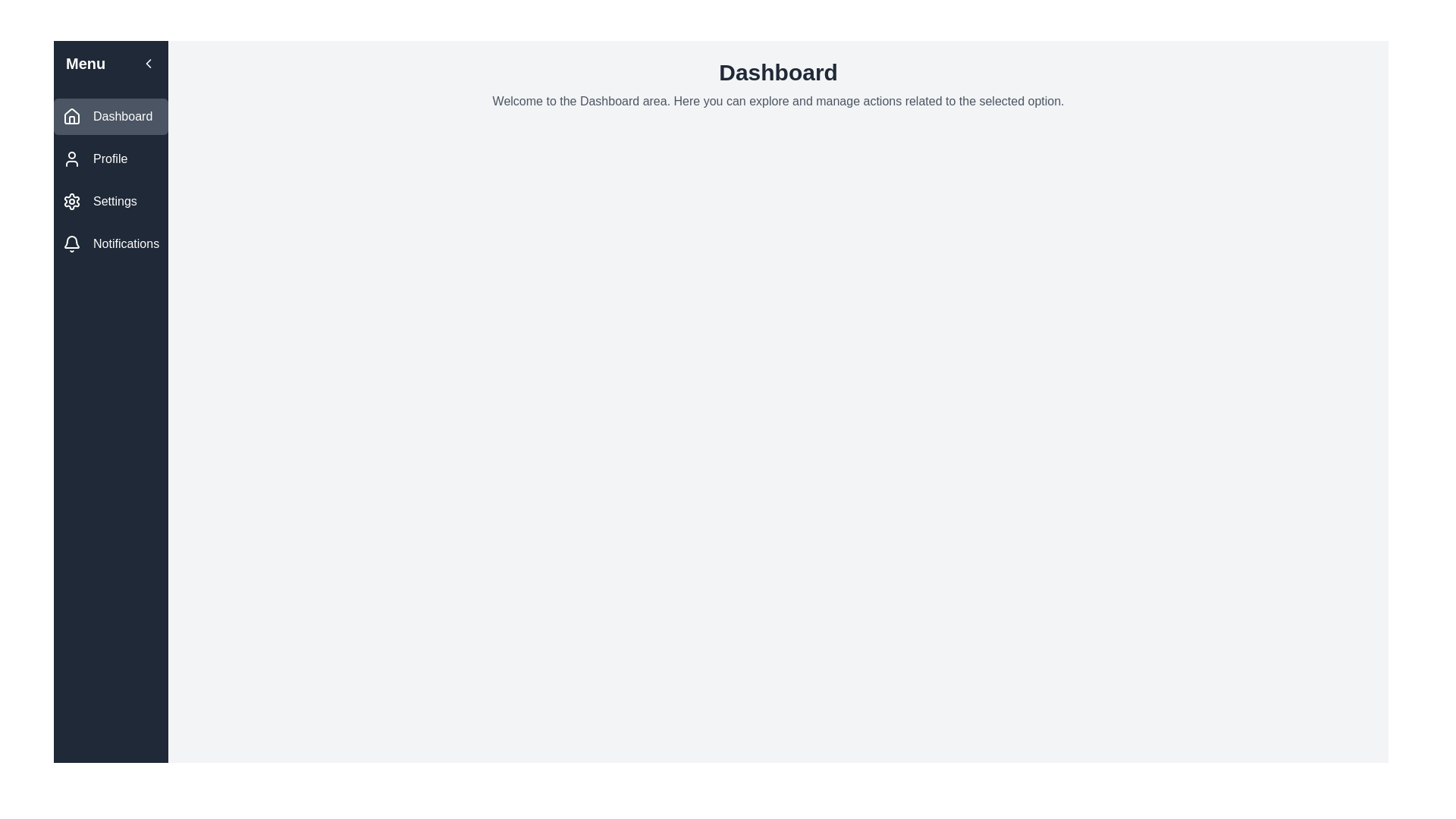  Describe the element at coordinates (114, 201) in the screenshot. I see `the 'Settings' text label in the navigation menu, which is located beneath 'Profile' and above 'Notifications' in the sidebar` at that location.